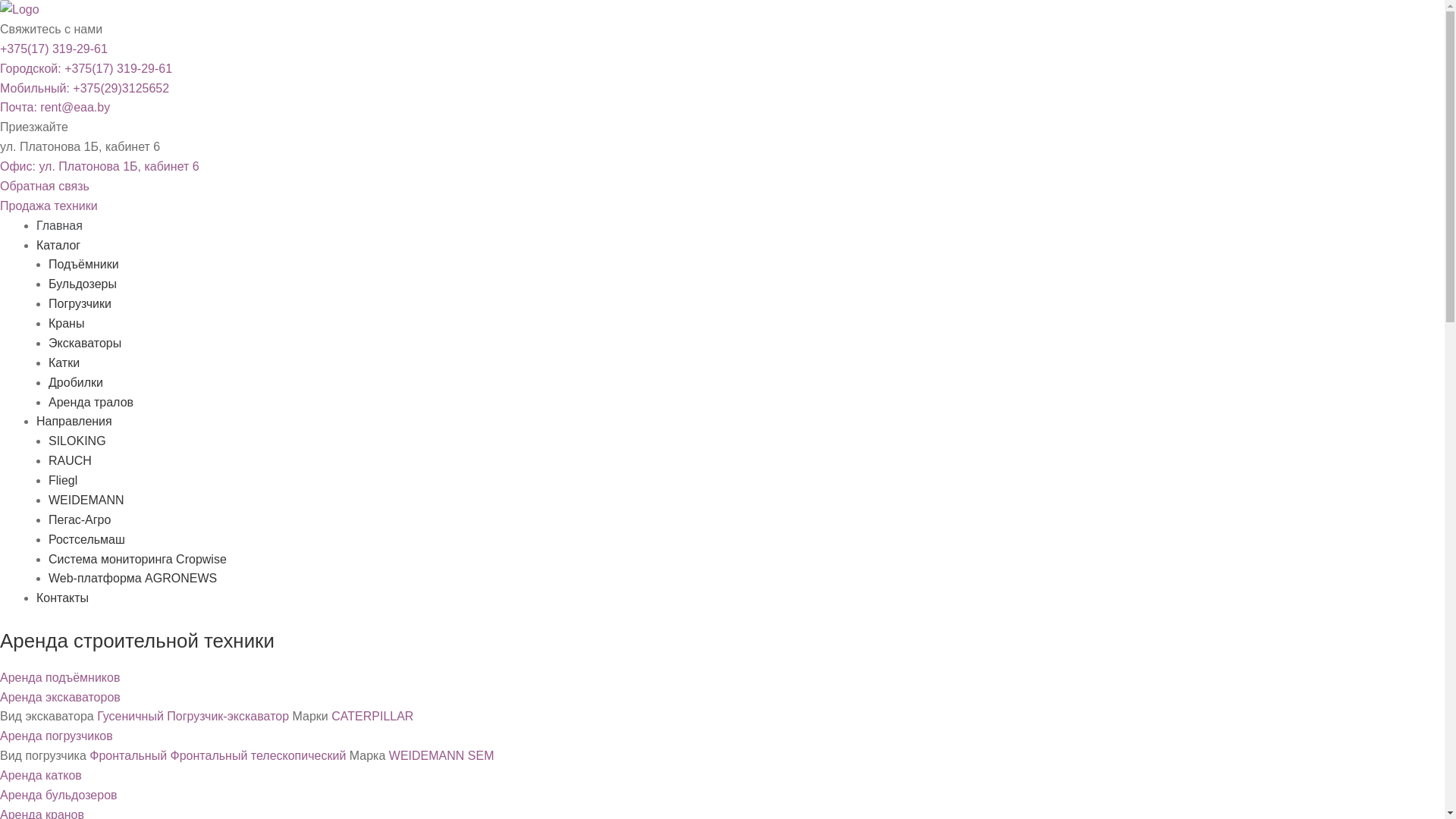  I want to click on 'SILOKING', so click(48, 441).